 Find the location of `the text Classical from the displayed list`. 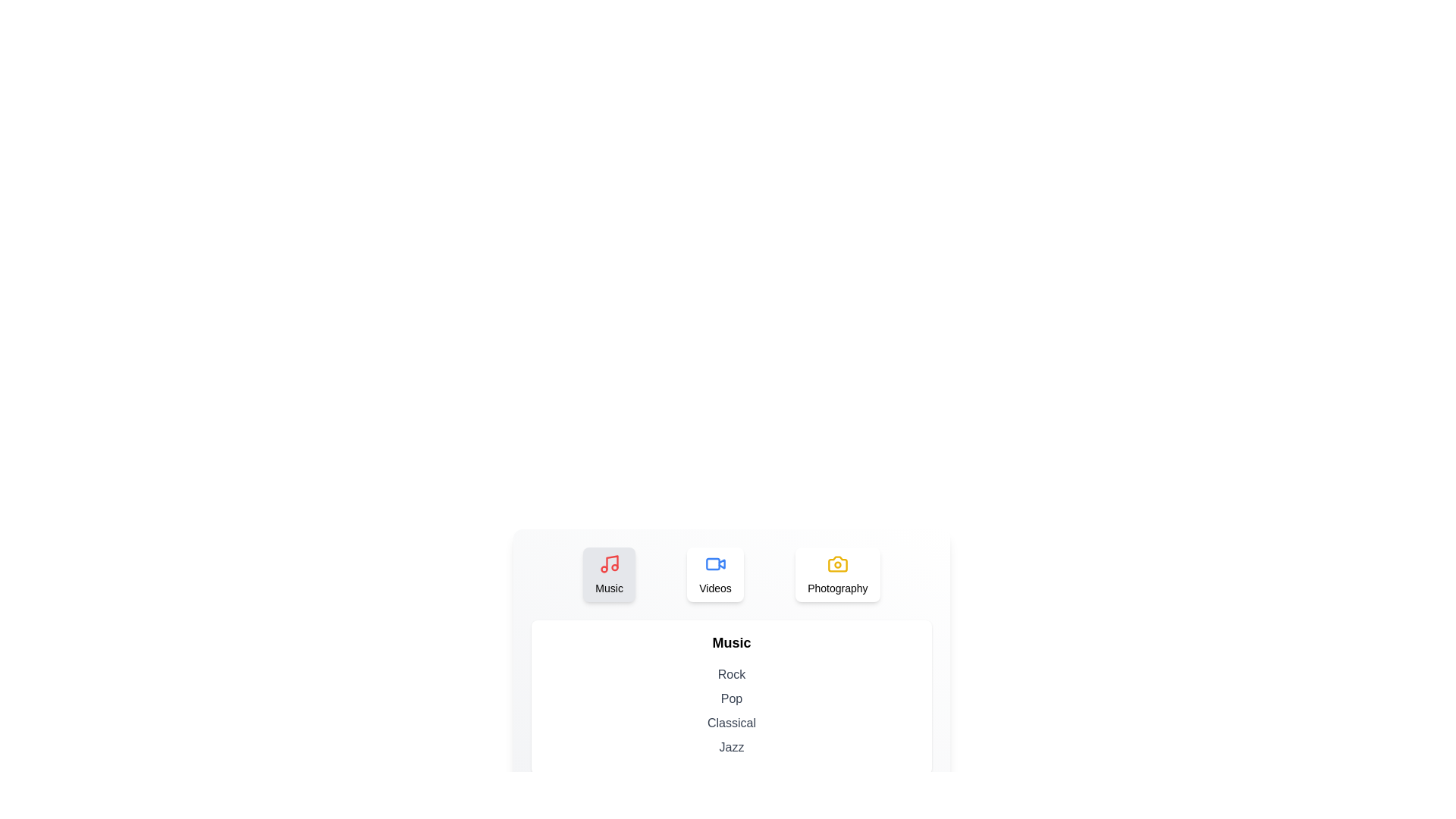

the text Classical from the displayed list is located at coordinates (731, 722).